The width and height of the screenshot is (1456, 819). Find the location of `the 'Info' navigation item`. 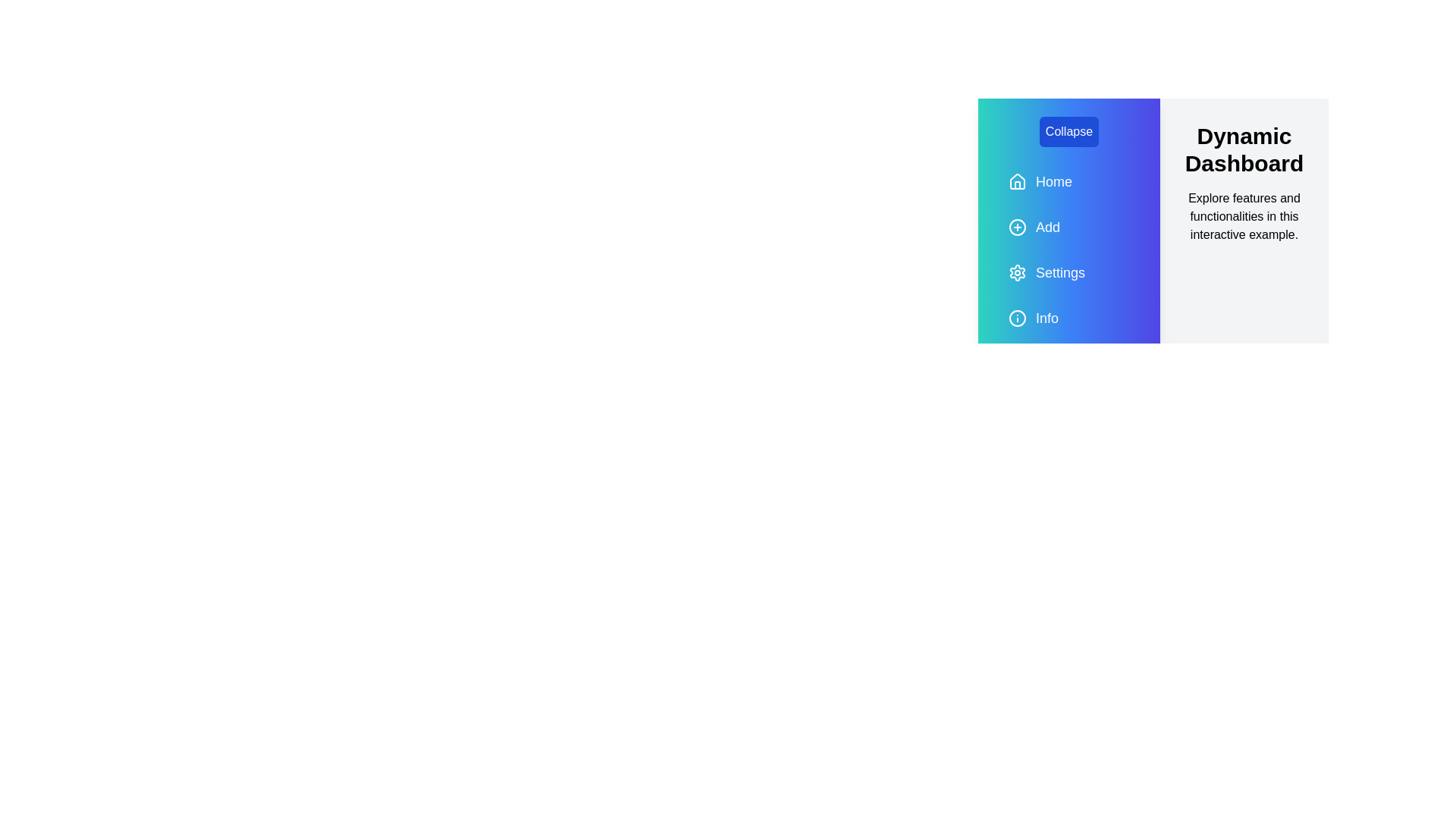

the 'Info' navigation item is located at coordinates (1068, 318).